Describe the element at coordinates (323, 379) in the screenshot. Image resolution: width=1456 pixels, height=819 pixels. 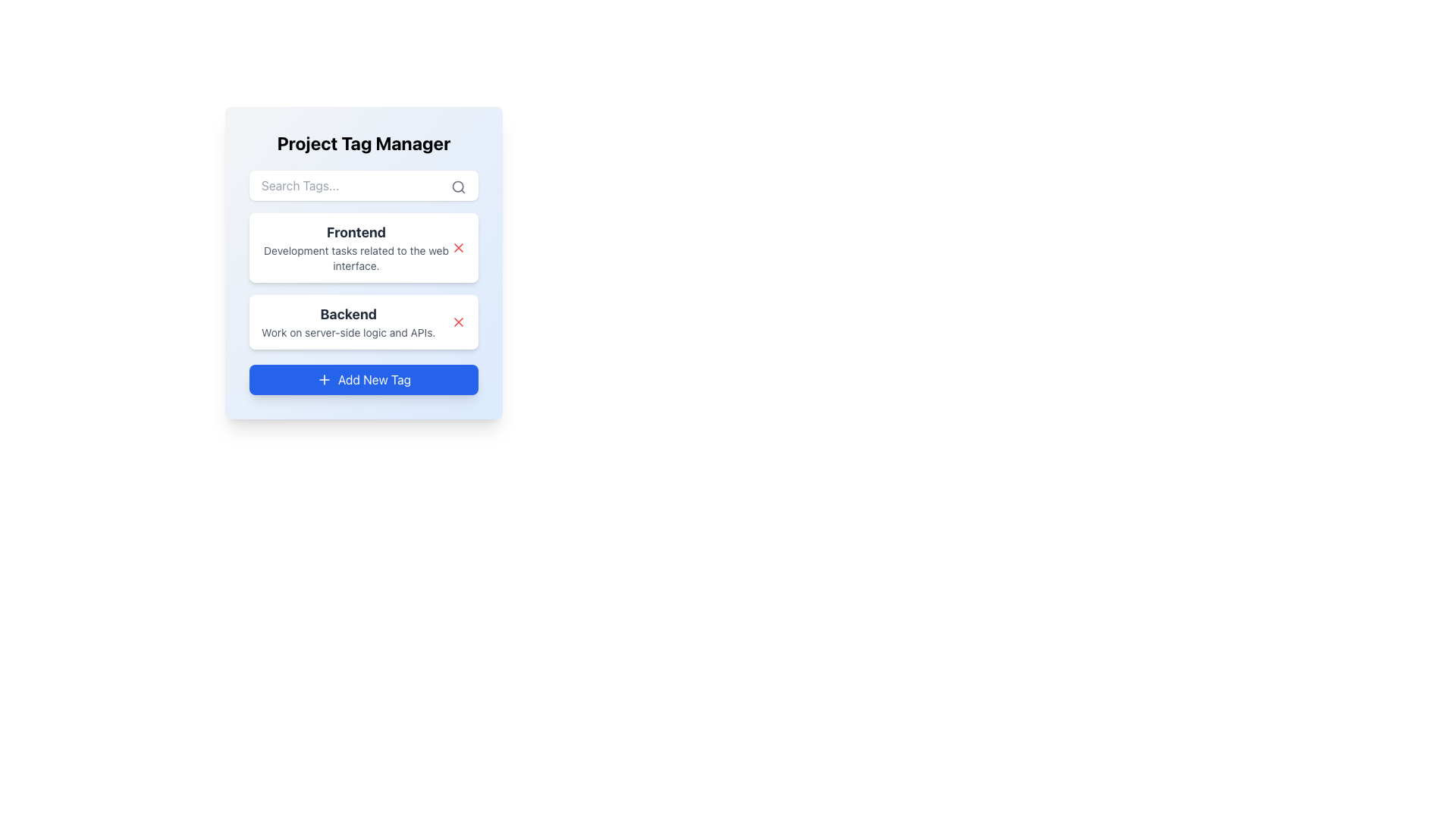
I see `the 'Add New Tag' button which contains the icon indicating the addition of a new tag, located at the bottom of the card interface` at that location.